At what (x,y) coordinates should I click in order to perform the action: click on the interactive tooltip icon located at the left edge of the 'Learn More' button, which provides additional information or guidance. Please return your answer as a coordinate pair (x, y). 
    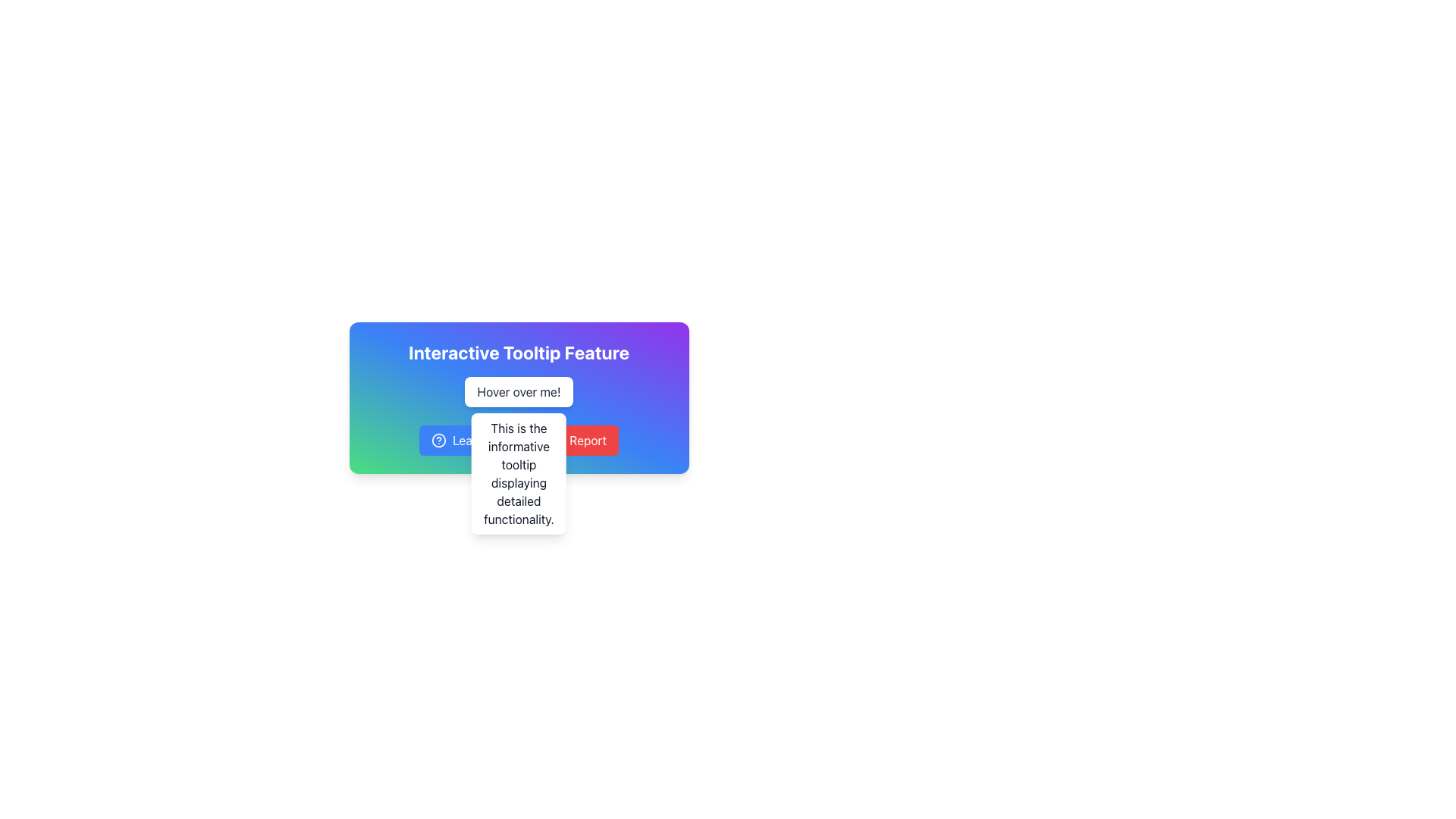
    Looking at the image, I should click on (438, 441).